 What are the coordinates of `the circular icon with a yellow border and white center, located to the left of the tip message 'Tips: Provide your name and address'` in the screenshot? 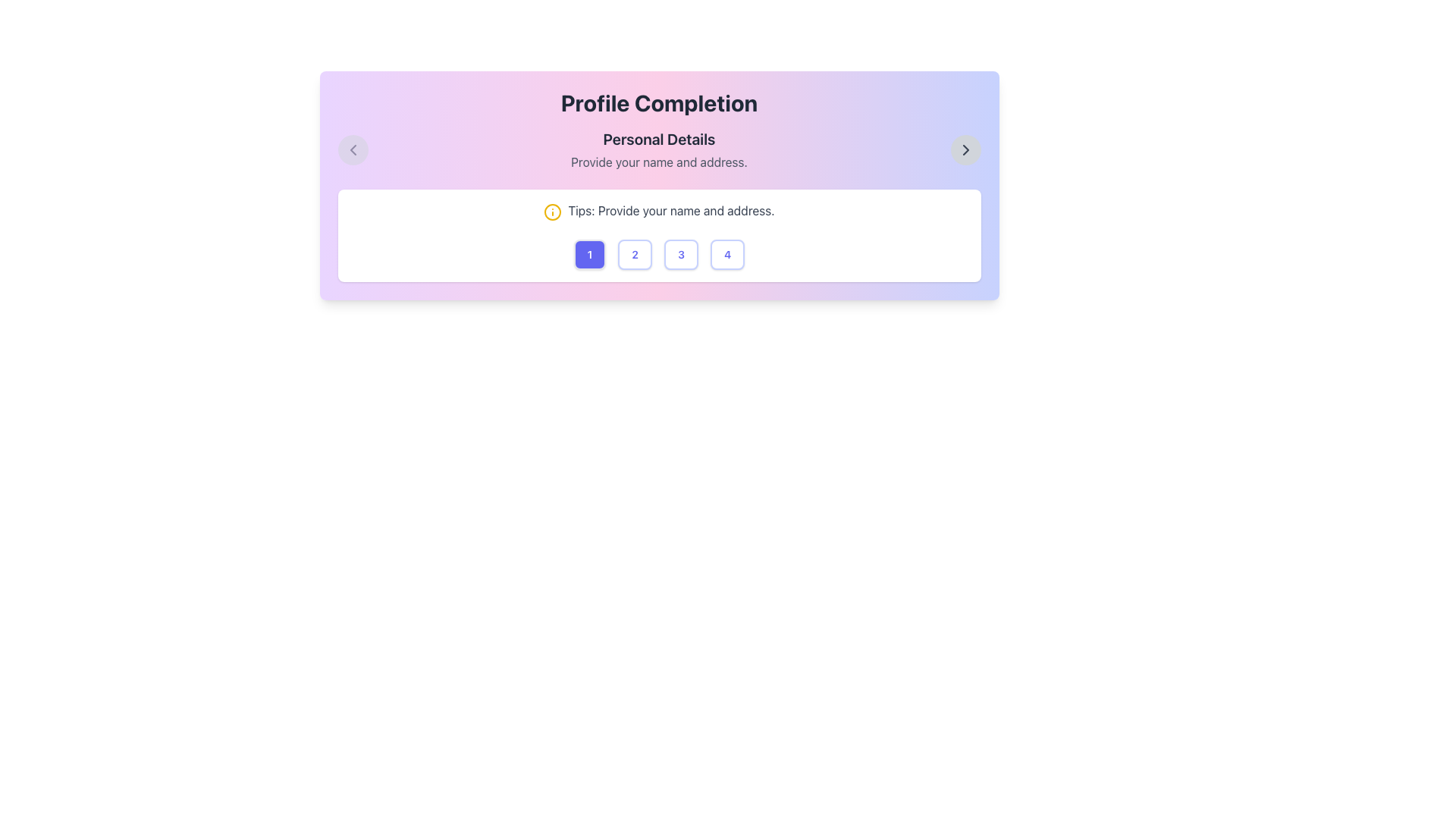 It's located at (552, 212).